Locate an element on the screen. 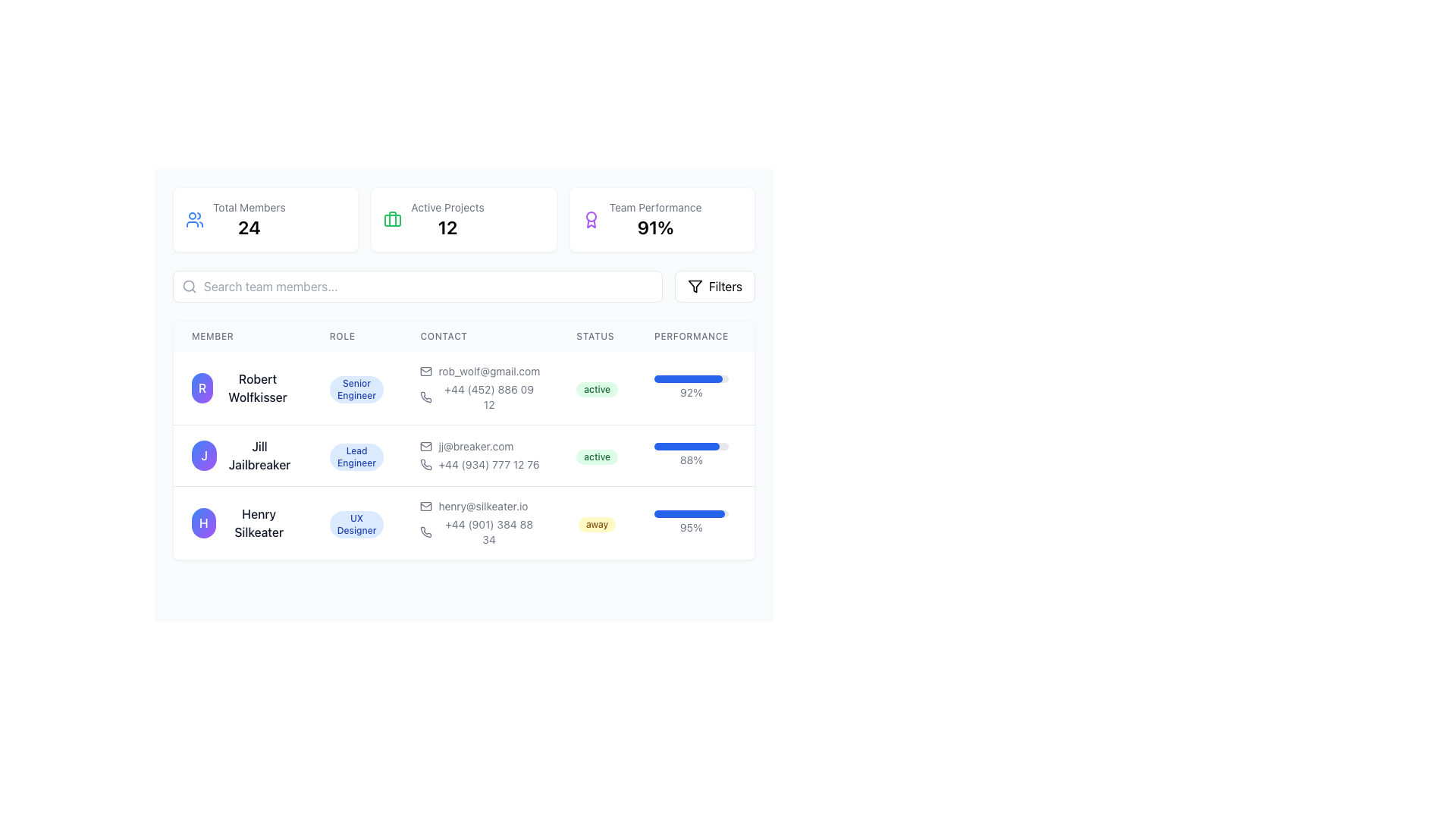 This screenshot has width=1456, height=819. the filter icon, which is a small funnel shape with a black stroke outline, located within the 'Filters' button on the right side of the search bar is located at coordinates (694, 287).